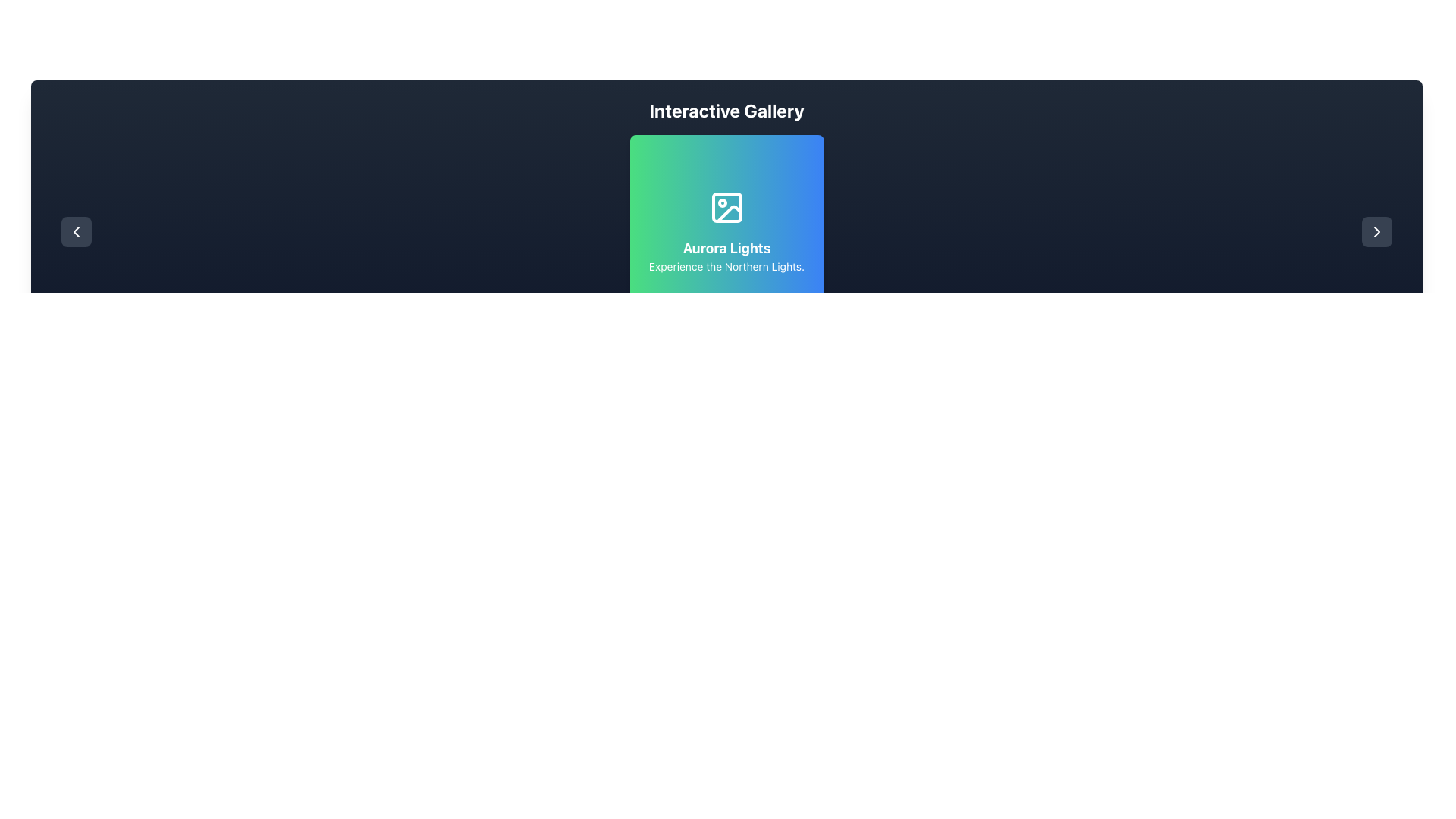 The image size is (1456, 819). I want to click on the button with a dark rounded background and a rightwards arrow icon, so click(1376, 231).